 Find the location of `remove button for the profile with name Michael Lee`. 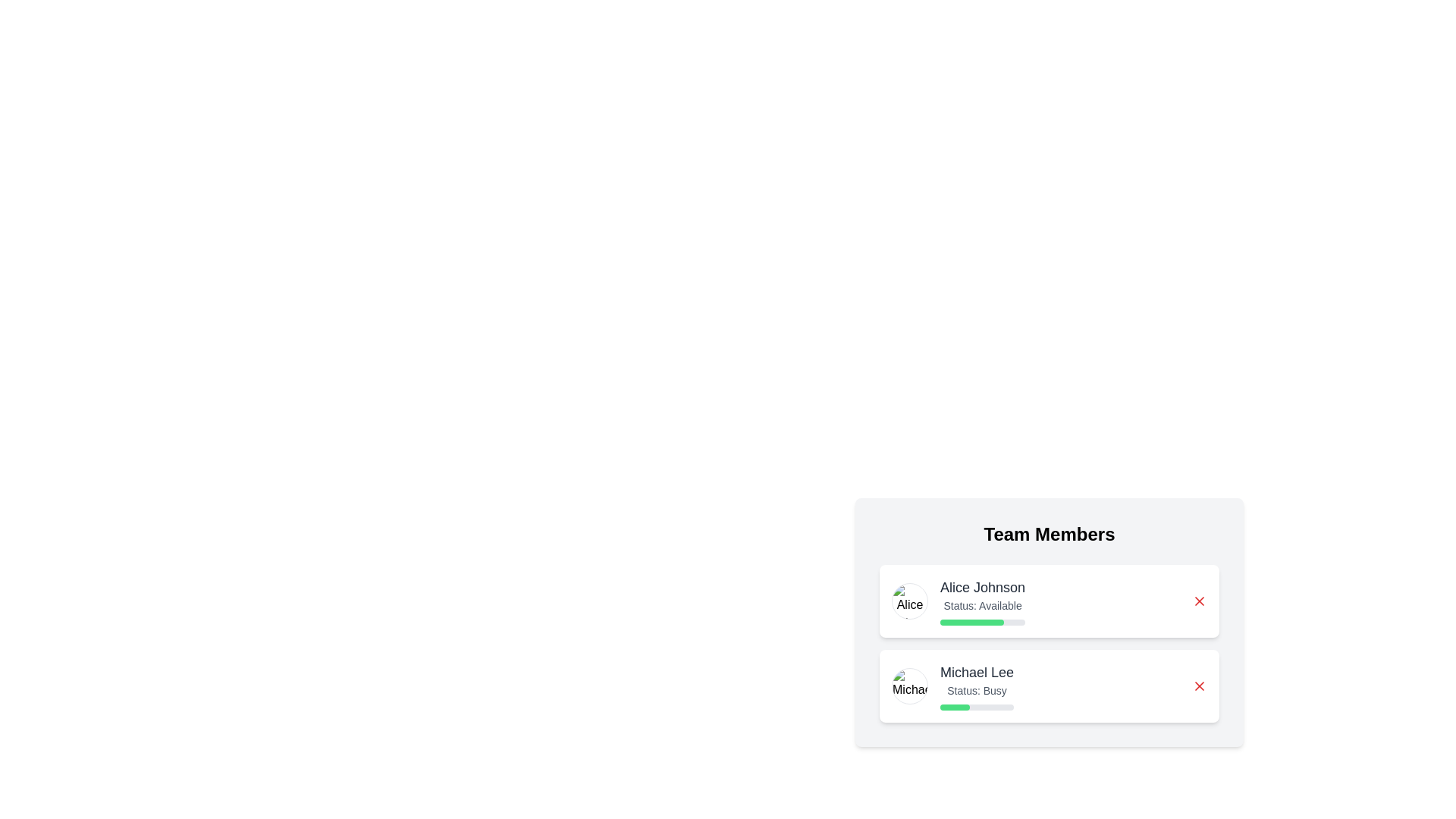

remove button for the profile with name Michael Lee is located at coordinates (1199, 686).